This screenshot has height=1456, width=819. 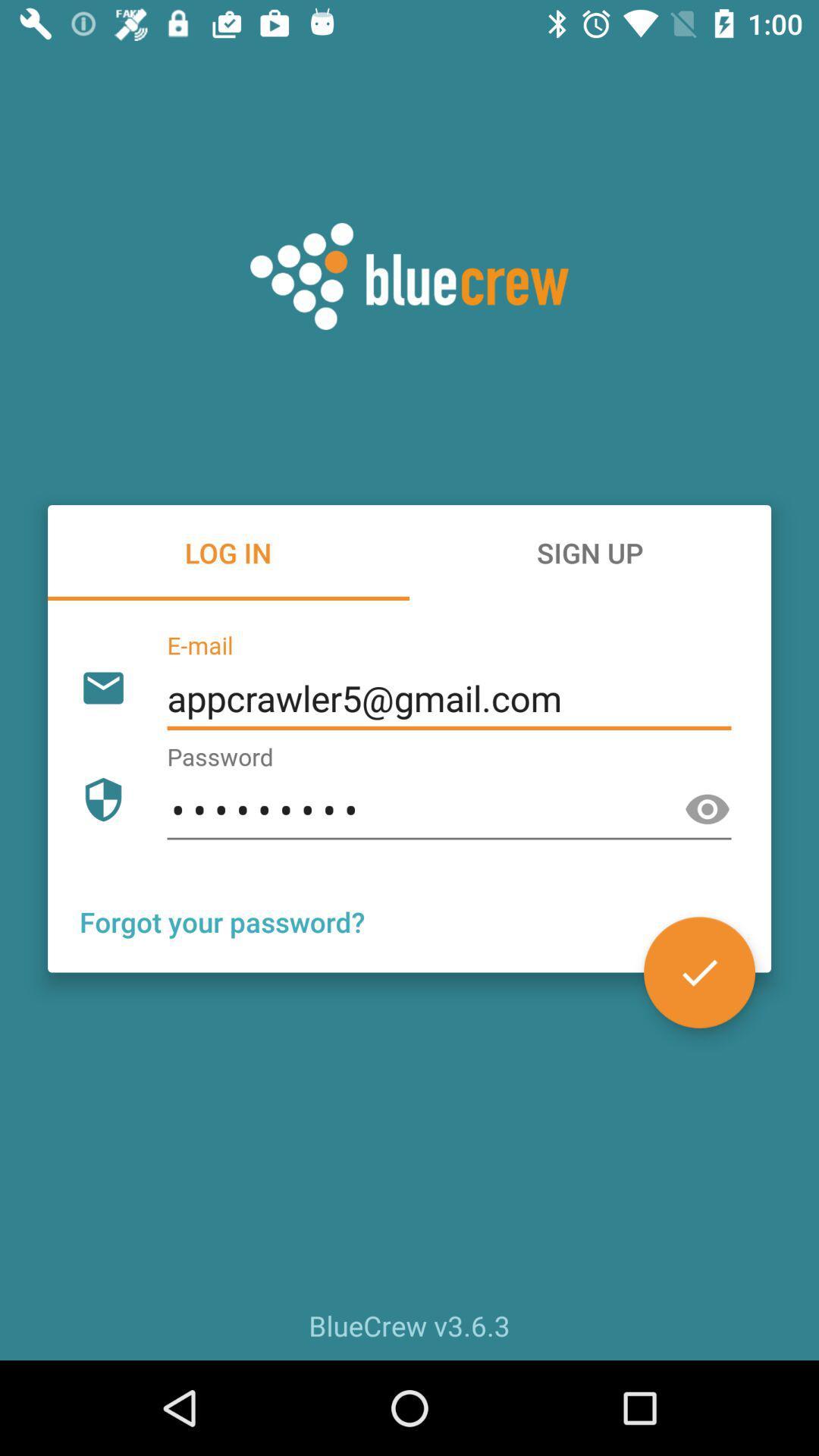 I want to click on the check icon, so click(x=699, y=972).